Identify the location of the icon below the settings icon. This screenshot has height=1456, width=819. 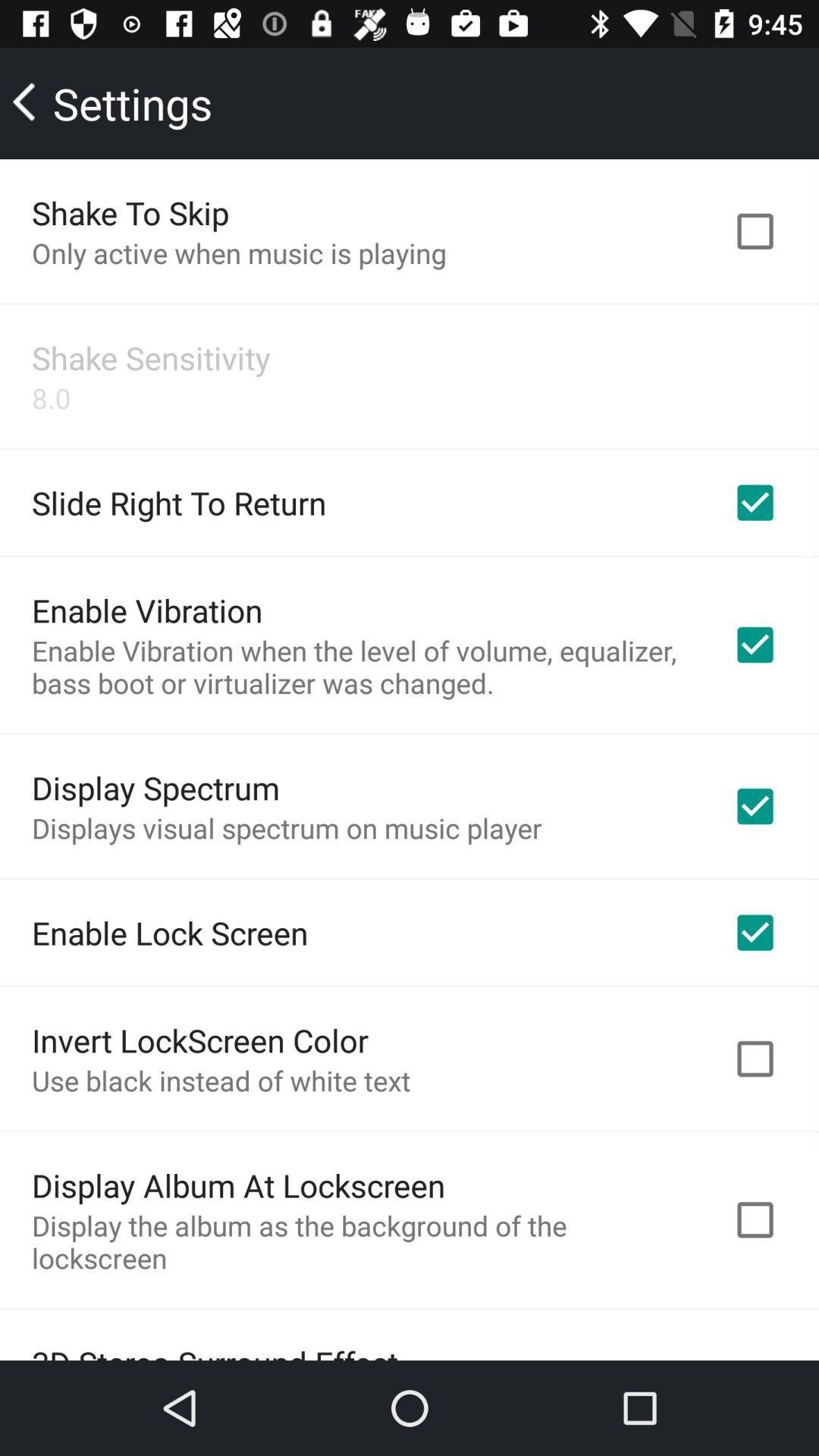
(130, 212).